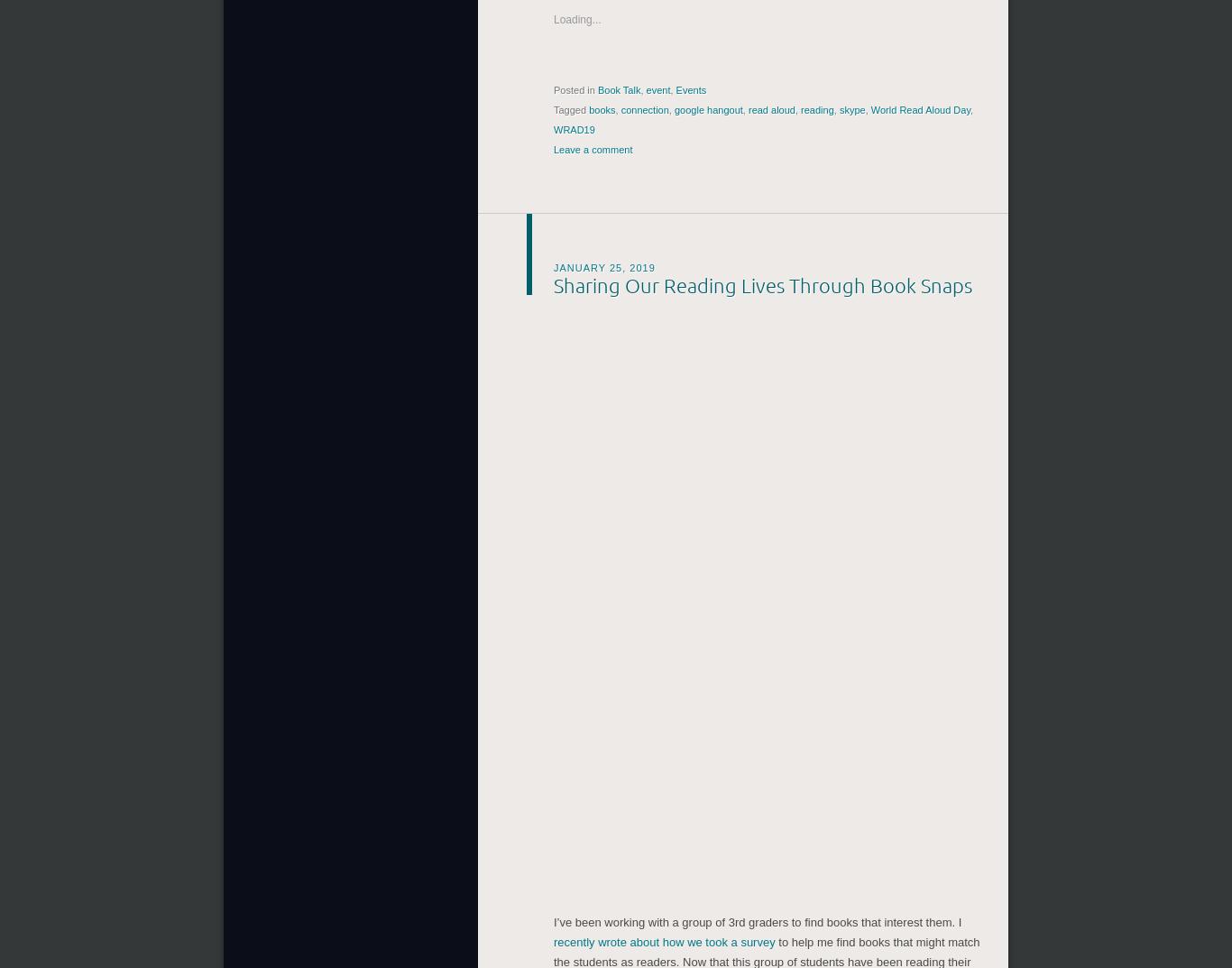 The width and height of the screenshot is (1232, 968). What do you see at coordinates (691, 87) in the screenshot?
I see `'Events'` at bounding box center [691, 87].